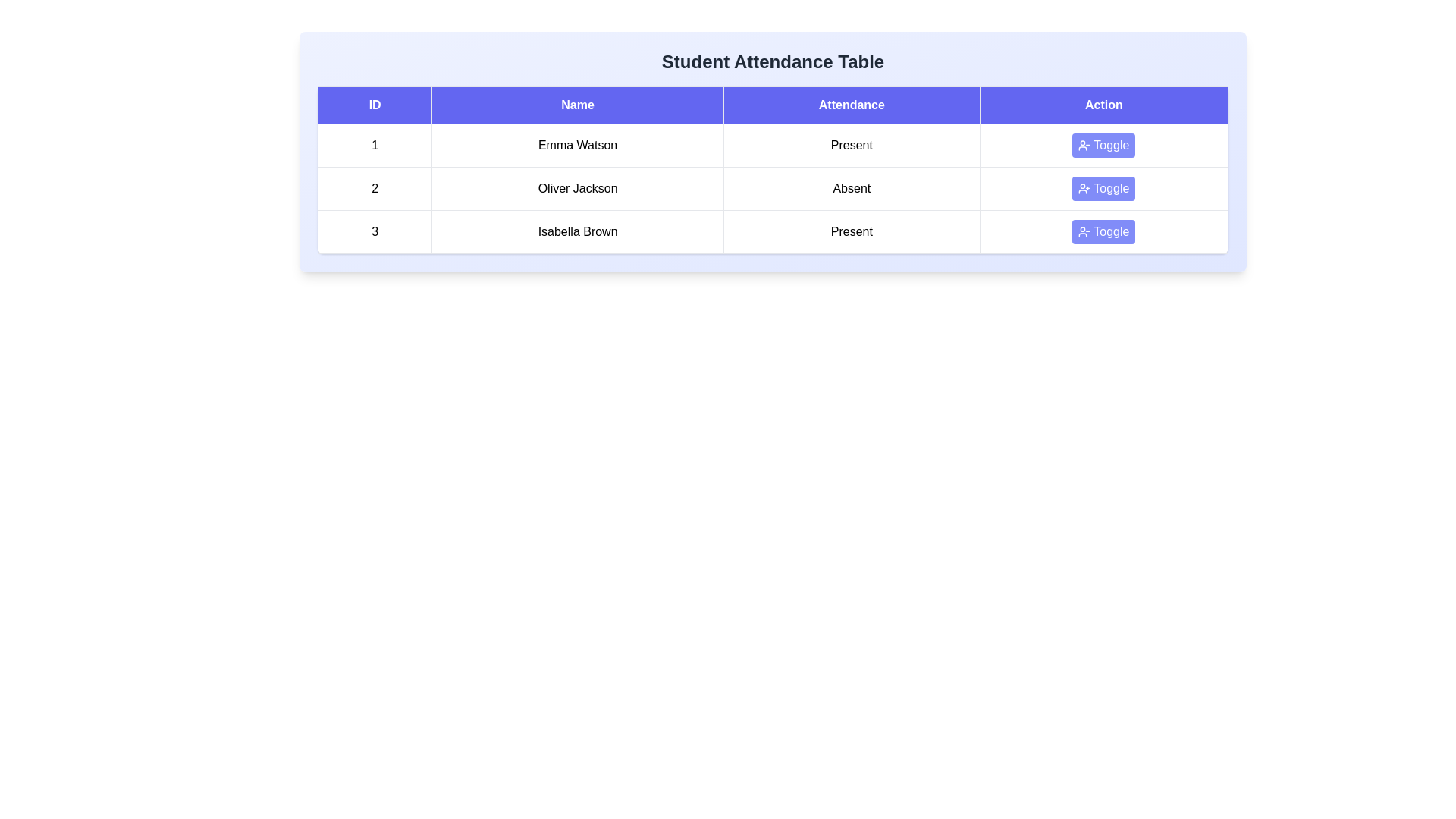 The width and height of the screenshot is (1456, 819). Describe the element at coordinates (852, 188) in the screenshot. I see `text of the attendance status label for 'Oliver Jackson', which indicates 'Absent'` at that location.